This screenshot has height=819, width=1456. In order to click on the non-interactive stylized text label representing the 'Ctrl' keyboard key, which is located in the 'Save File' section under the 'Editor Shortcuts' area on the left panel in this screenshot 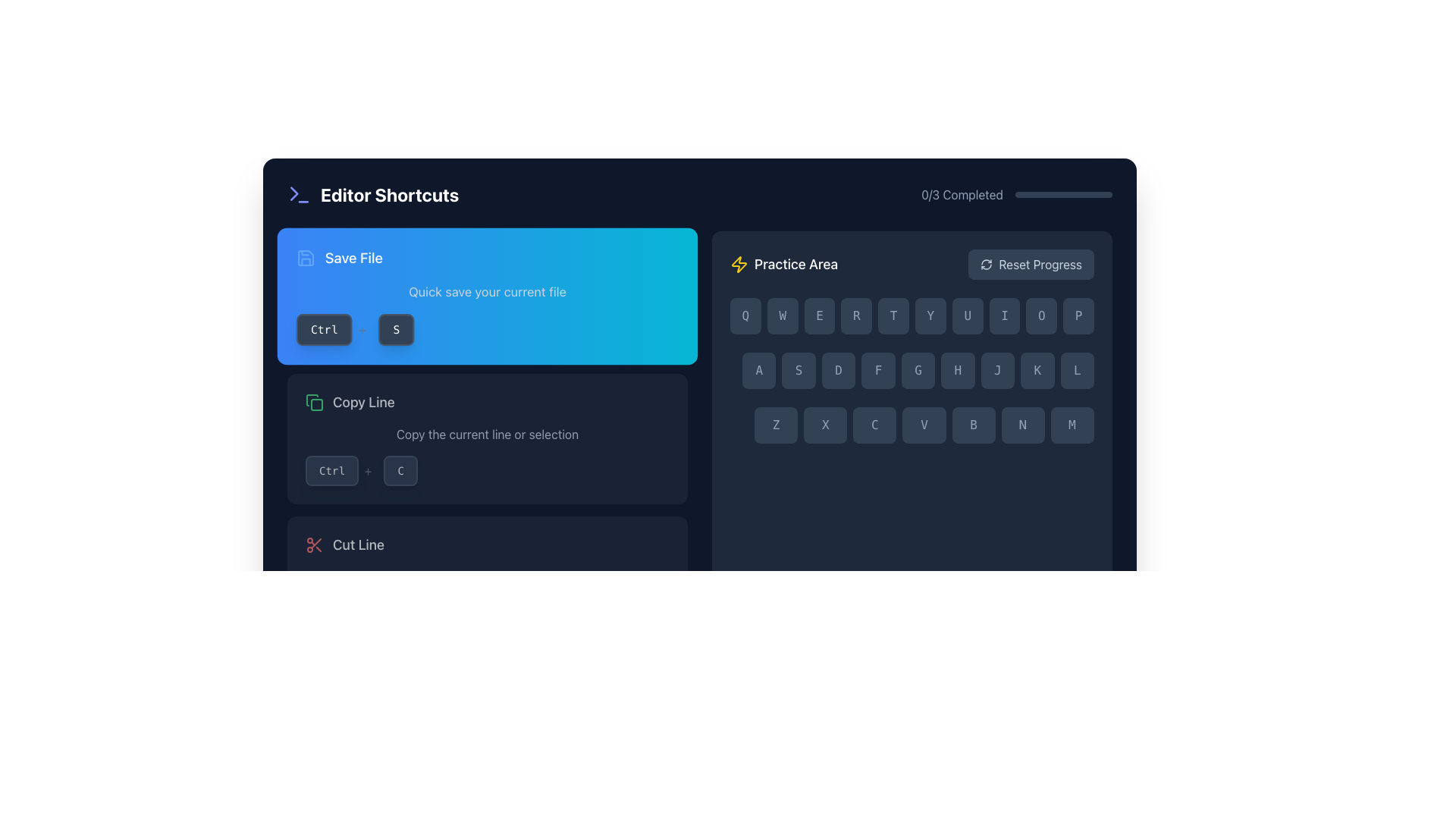, I will do `click(323, 329)`.